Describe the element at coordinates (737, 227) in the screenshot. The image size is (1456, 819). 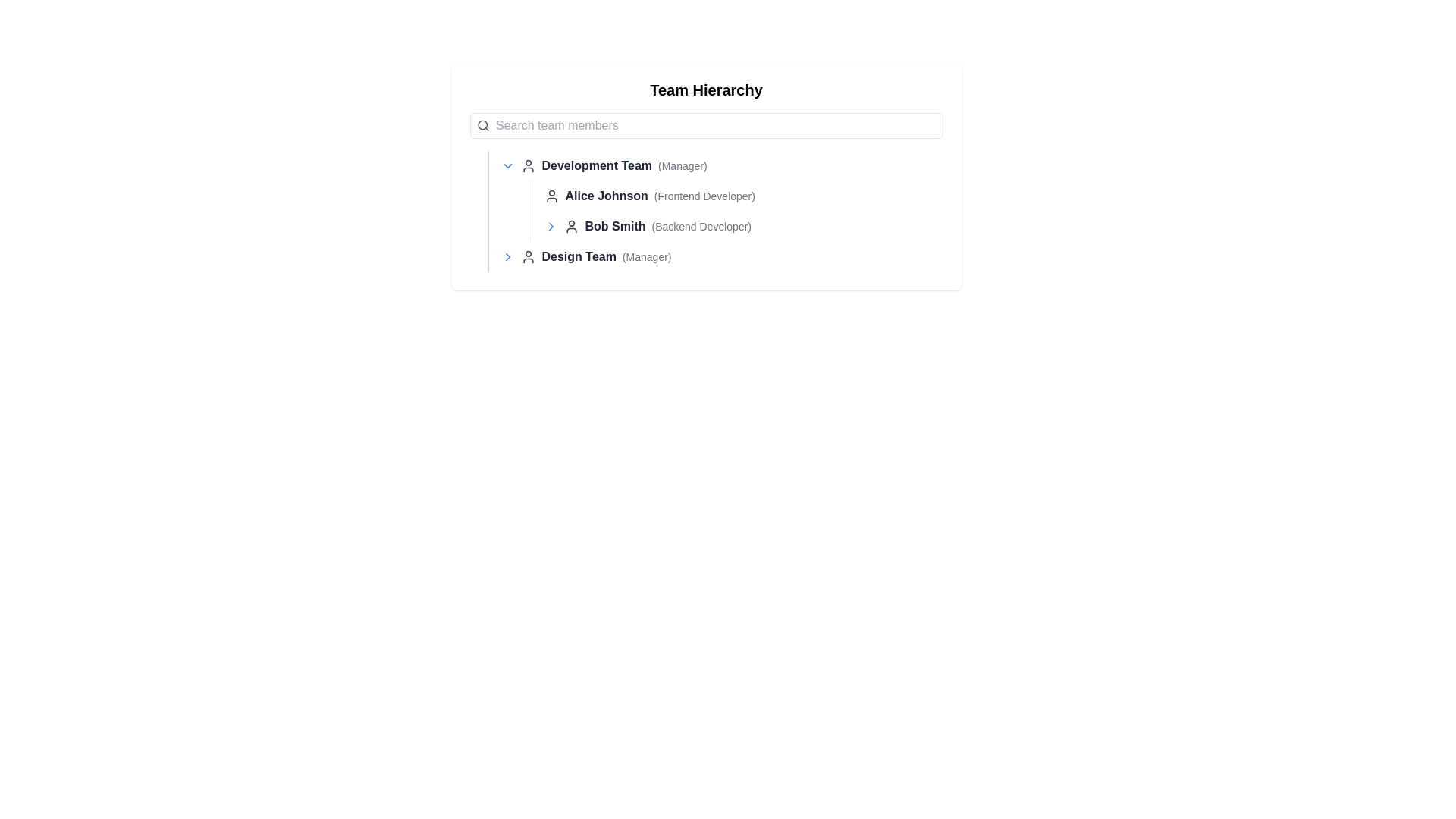
I see `the second list item under the 'Development Team' section which displays 'Bob Smith (Backend Developer)'` at that location.